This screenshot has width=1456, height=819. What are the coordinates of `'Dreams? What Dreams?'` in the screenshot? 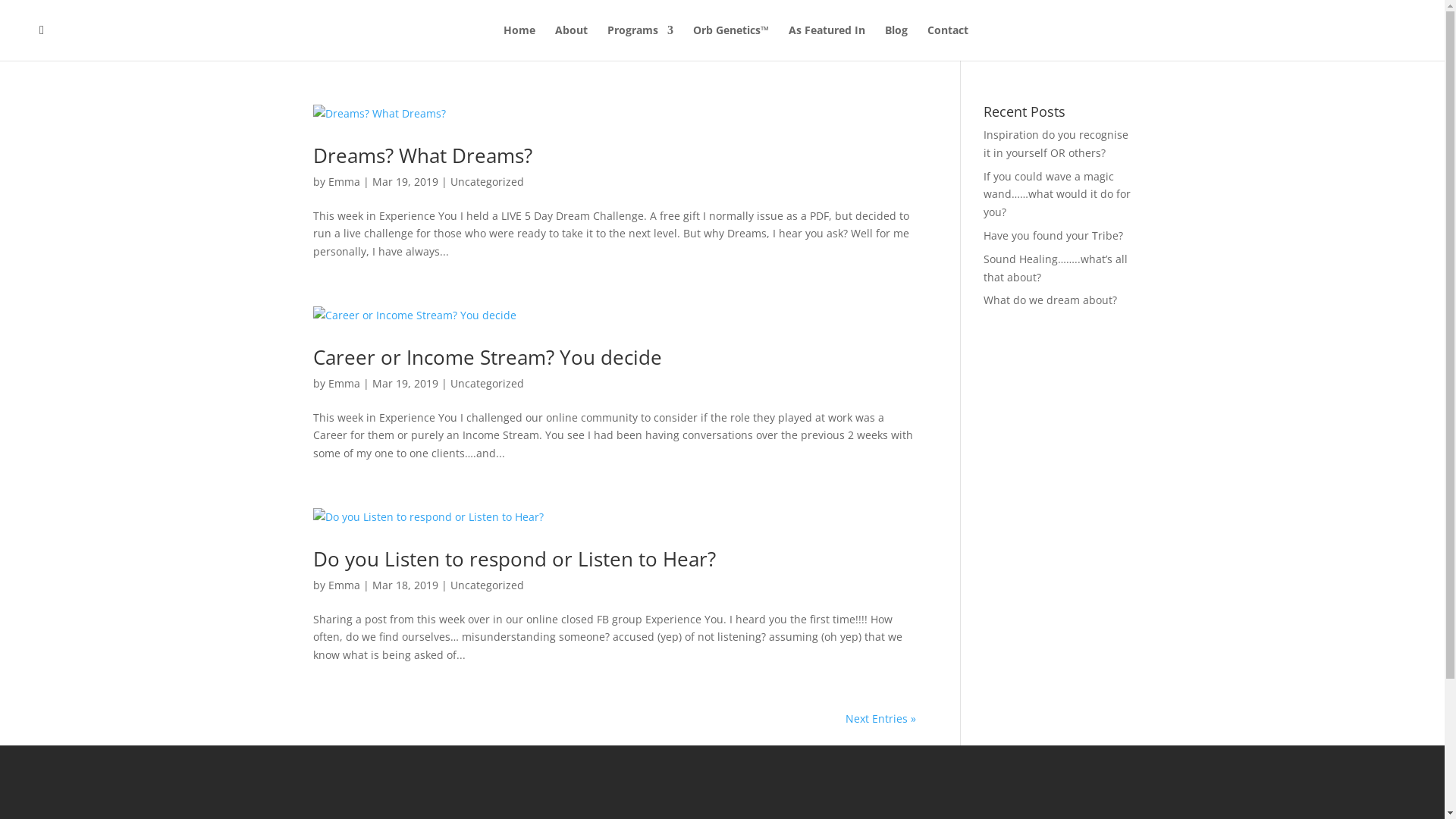 It's located at (422, 155).